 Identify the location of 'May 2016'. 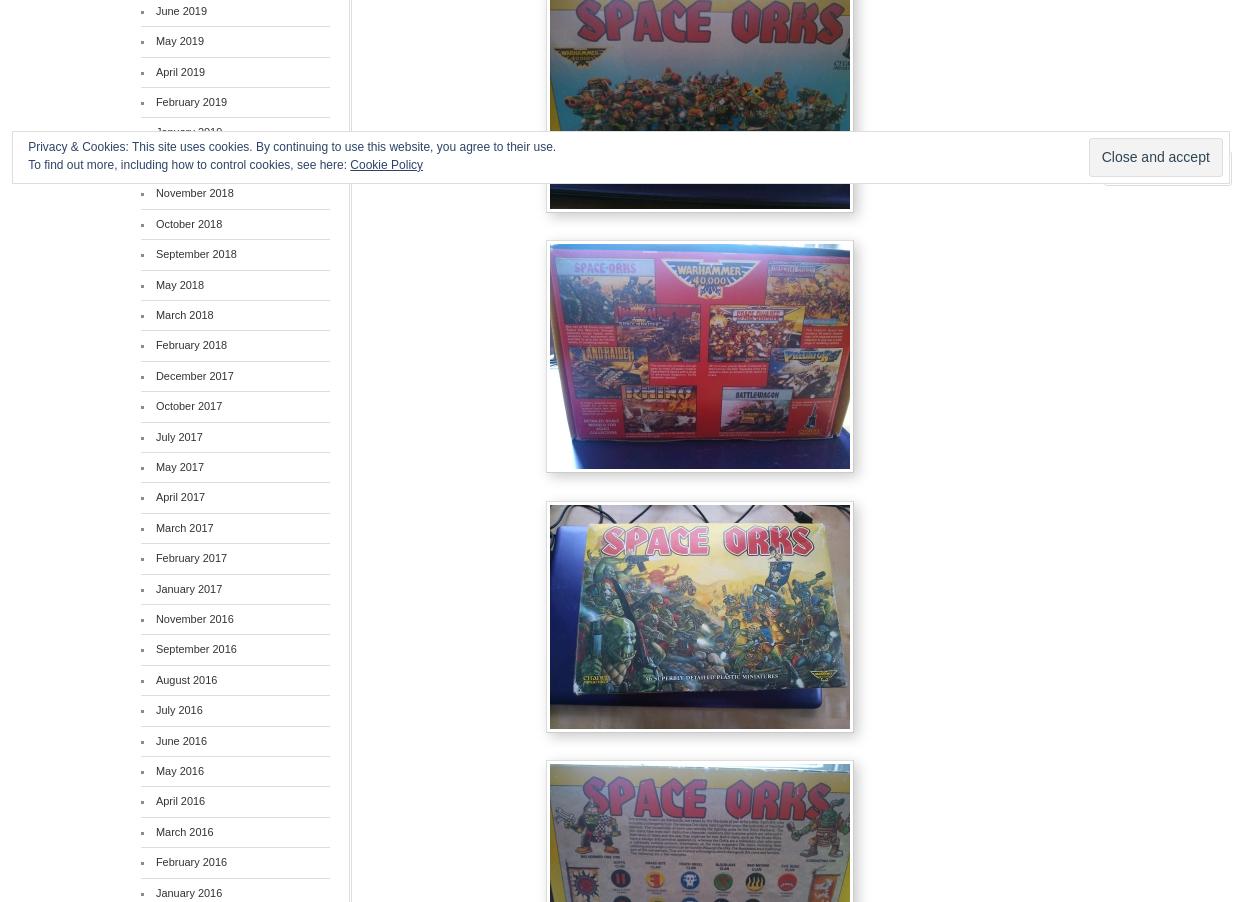
(177, 770).